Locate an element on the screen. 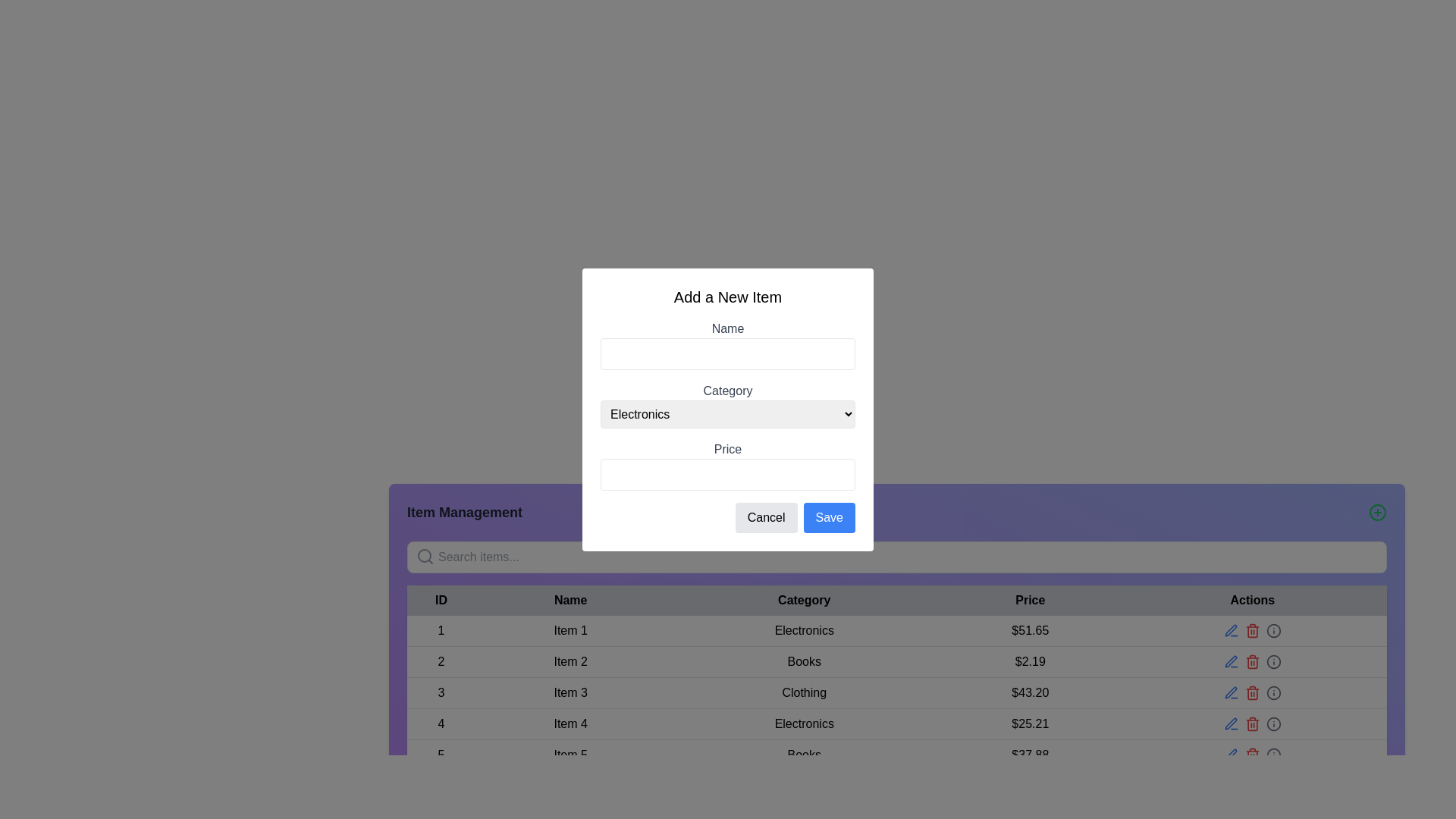 The width and height of the screenshot is (1456, 819). the red trash icon button, which is positioned third from the left in the 'Actions' column of the table, indicating its purpose for deletion is located at coordinates (1252, 786).